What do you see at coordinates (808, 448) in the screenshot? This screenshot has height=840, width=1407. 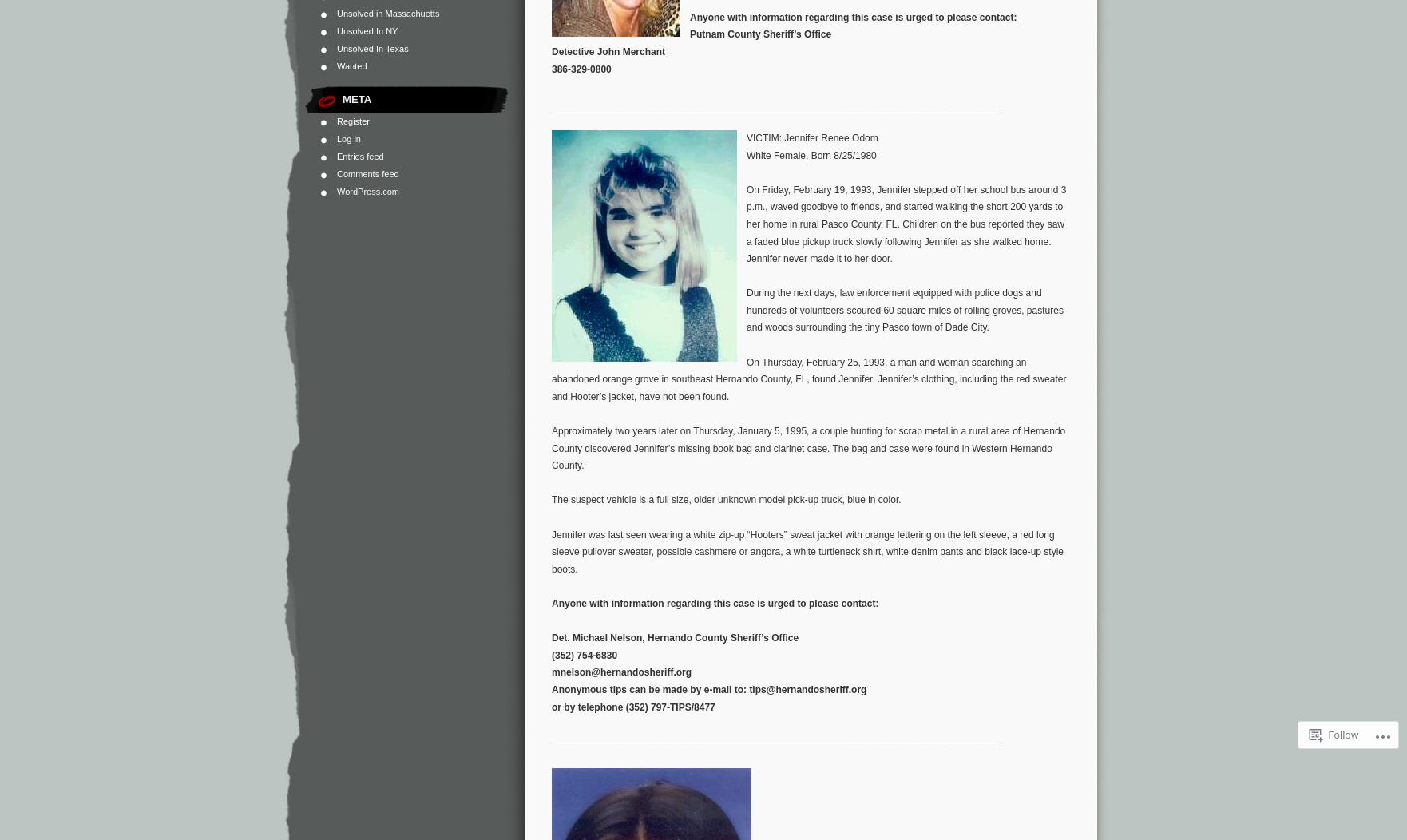 I see `'Approximately two years later on Thursday, January 5, 1995, a couple hunting for scrap metal in a rural area of Hernando County discovered Jennifer’s missing book bag and clarinet case. The bag and case were found in Western Hernando County.'` at bounding box center [808, 448].